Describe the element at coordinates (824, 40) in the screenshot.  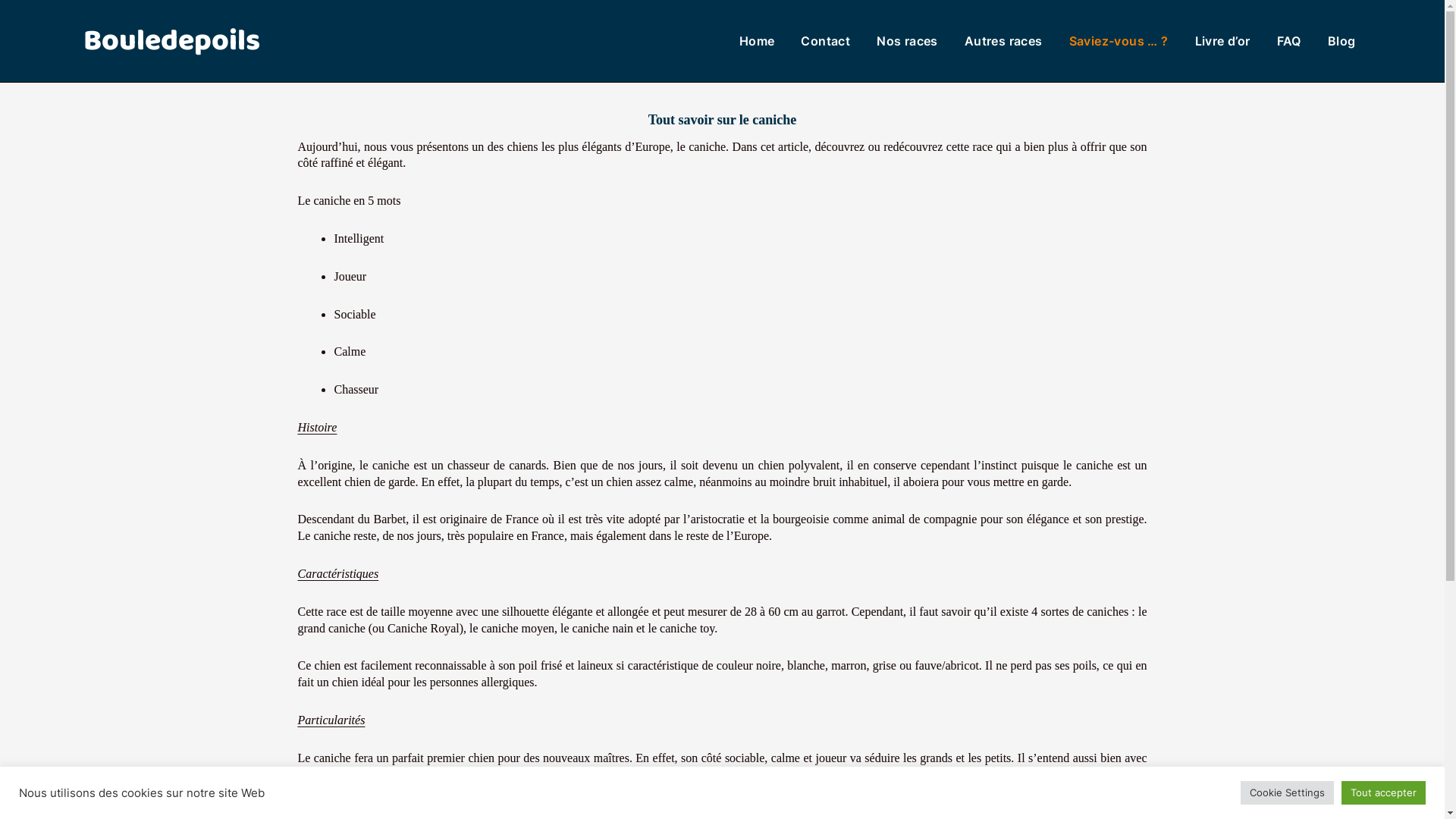
I see `'Contact'` at that location.